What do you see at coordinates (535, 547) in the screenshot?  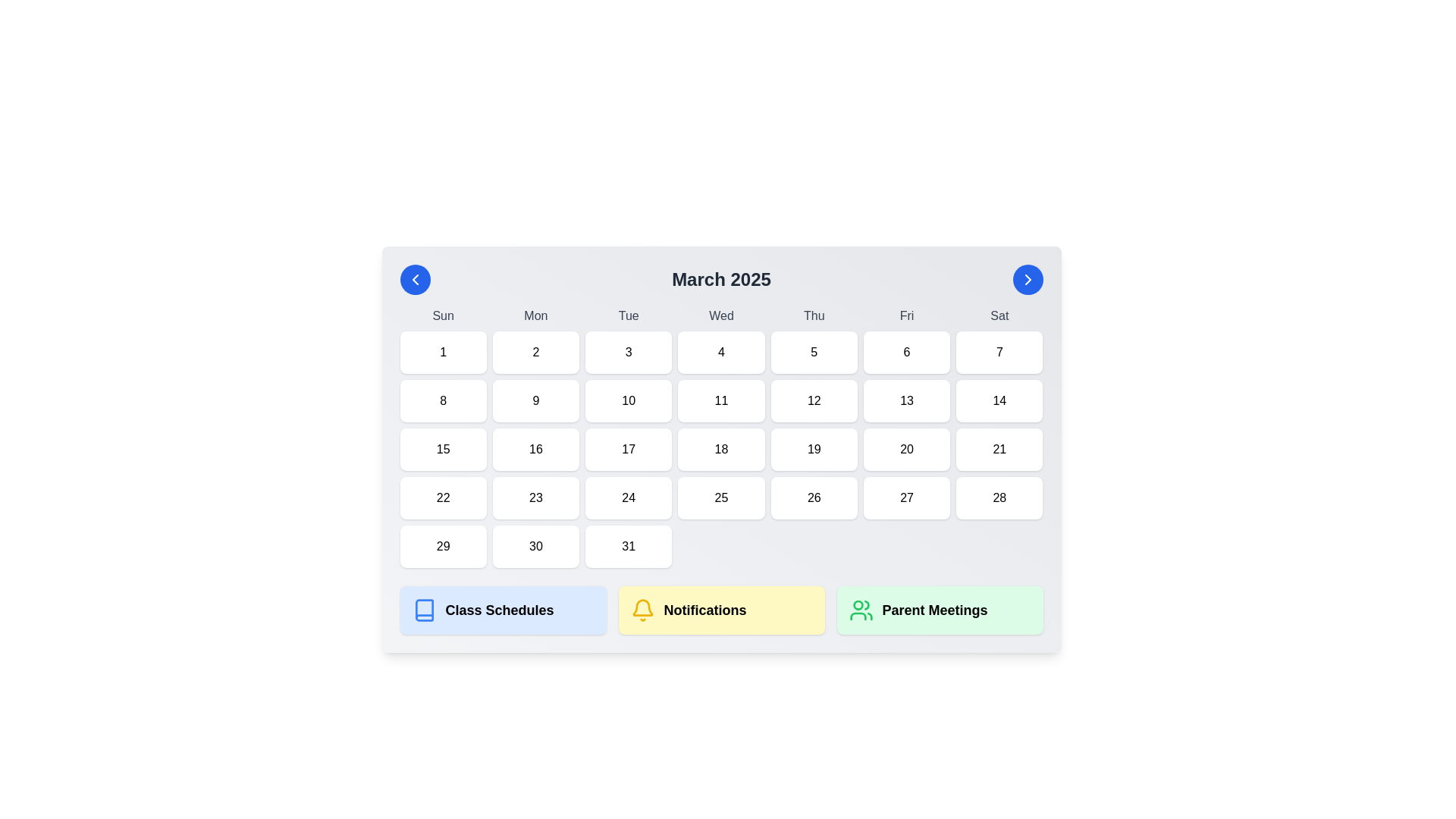 I see `the square-shaped button with a white background, rounded corners, and the text '30' centered in black, which changes to a blue background on hover, located in the grid for March 2025, aligning with 'Mon'` at bounding box center [535, 547].